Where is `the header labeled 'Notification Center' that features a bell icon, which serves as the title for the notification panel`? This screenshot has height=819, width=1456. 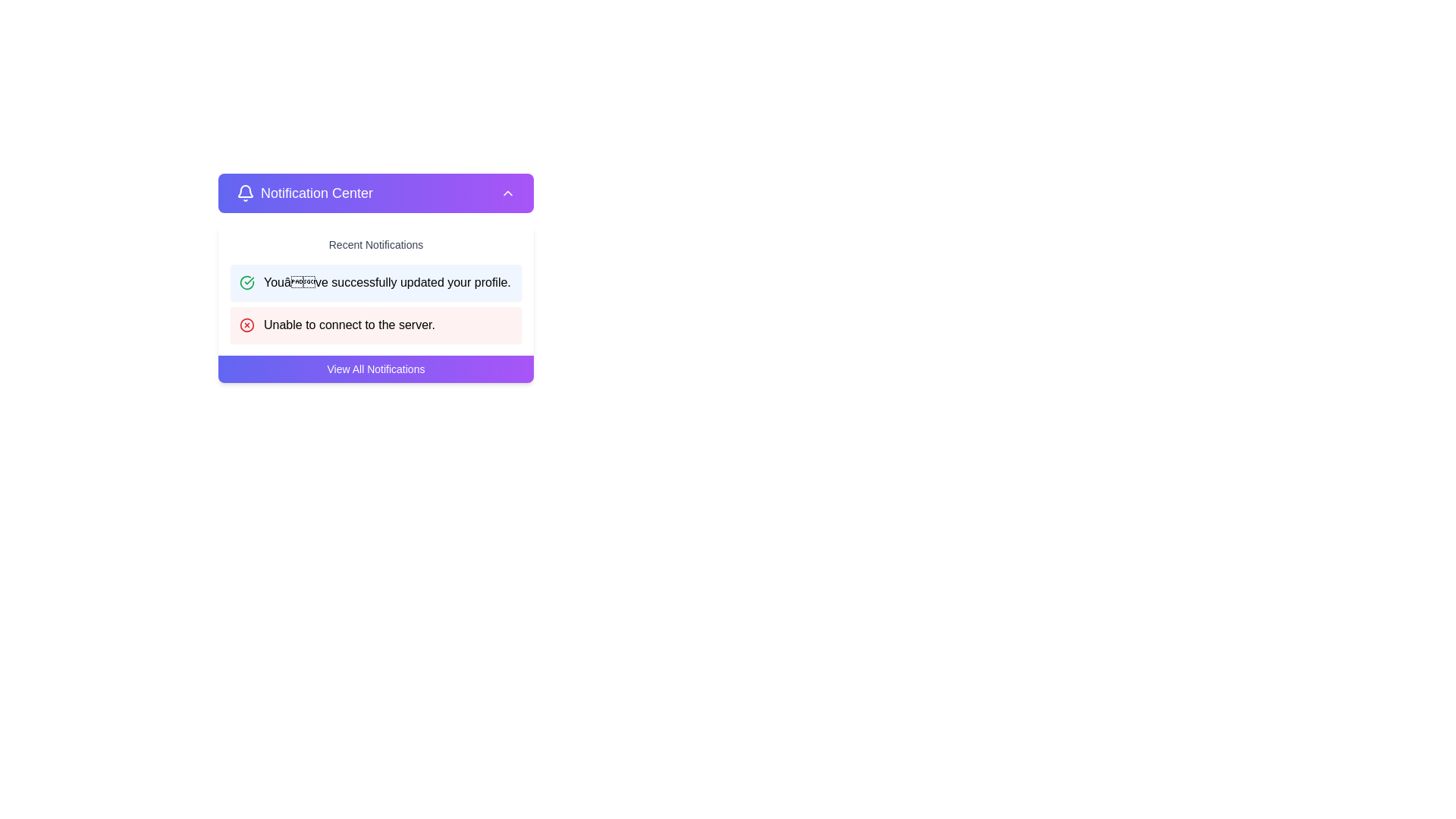 the header labeled 'Notification Center' that features a bell icon, which serves as the title for the notification panel is located at coordinates (304, 192).